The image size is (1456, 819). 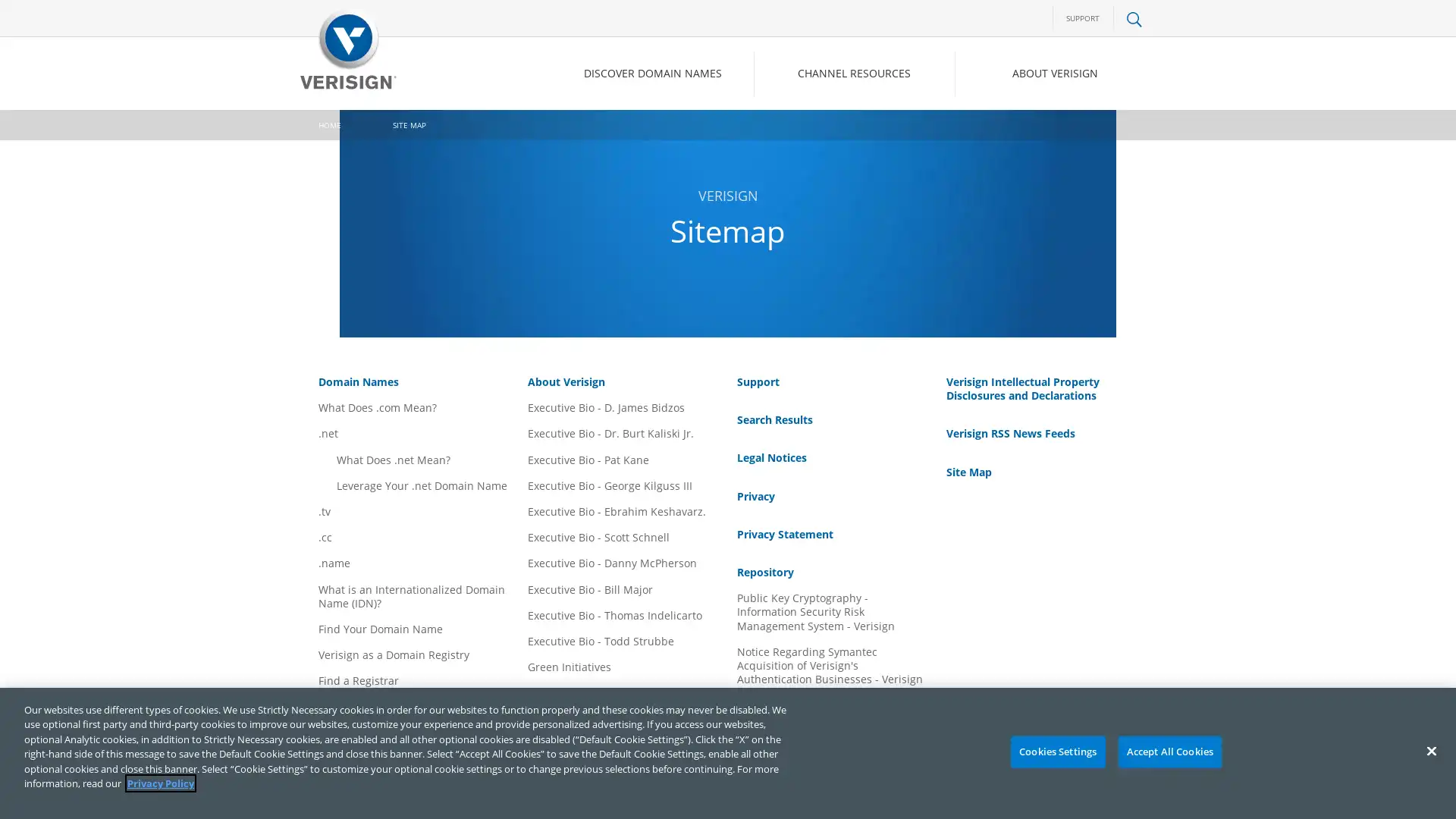 I want to click on Cookies Settings, so click(x=1056, y=752).